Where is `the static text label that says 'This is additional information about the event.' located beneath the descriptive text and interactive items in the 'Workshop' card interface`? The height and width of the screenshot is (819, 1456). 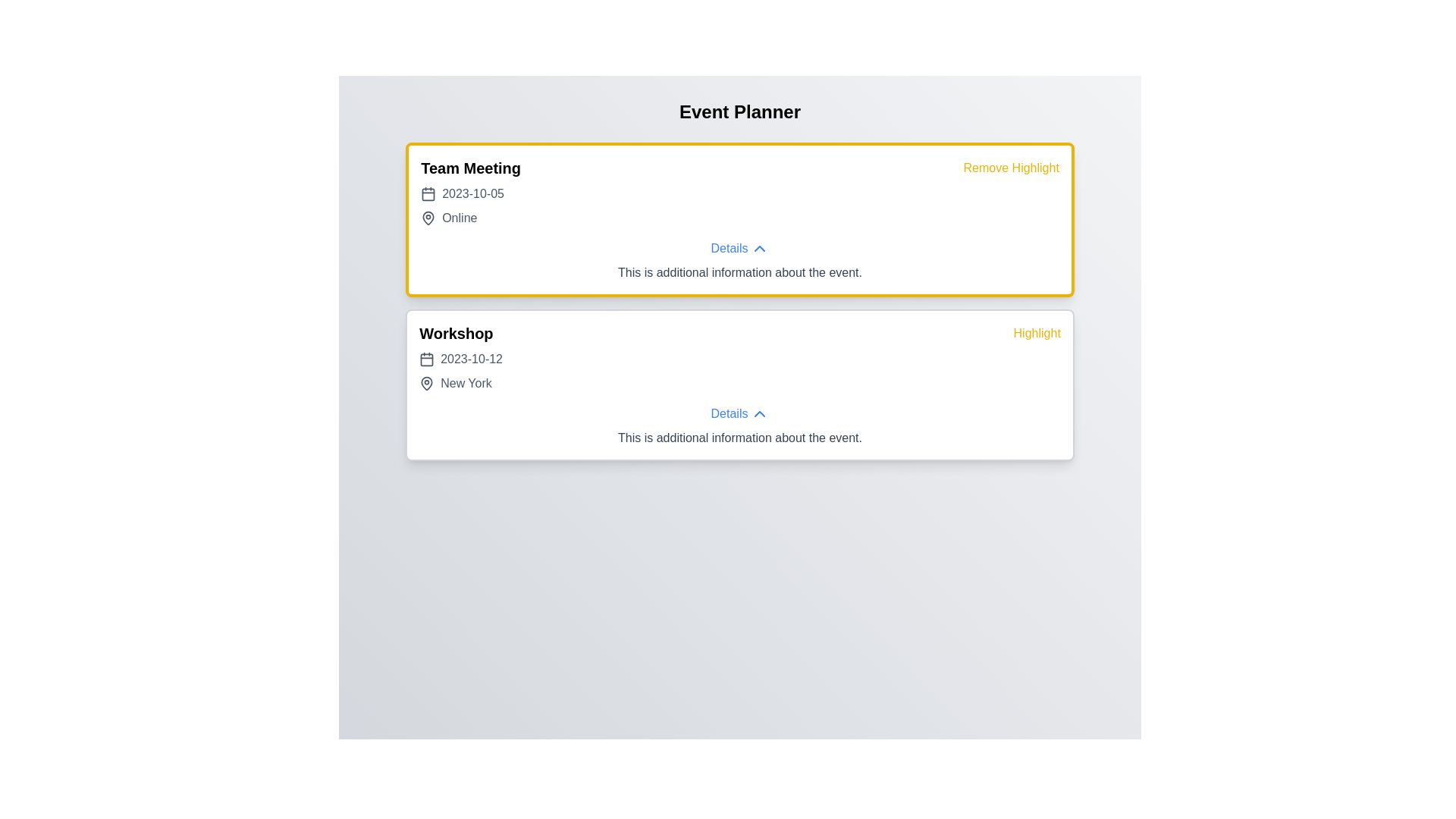 the static text label that says 'This is additional information about the event.' located beneath the descriptive text and interactive items in the 'Workshop' card interface is located at coordinates (739, 438).